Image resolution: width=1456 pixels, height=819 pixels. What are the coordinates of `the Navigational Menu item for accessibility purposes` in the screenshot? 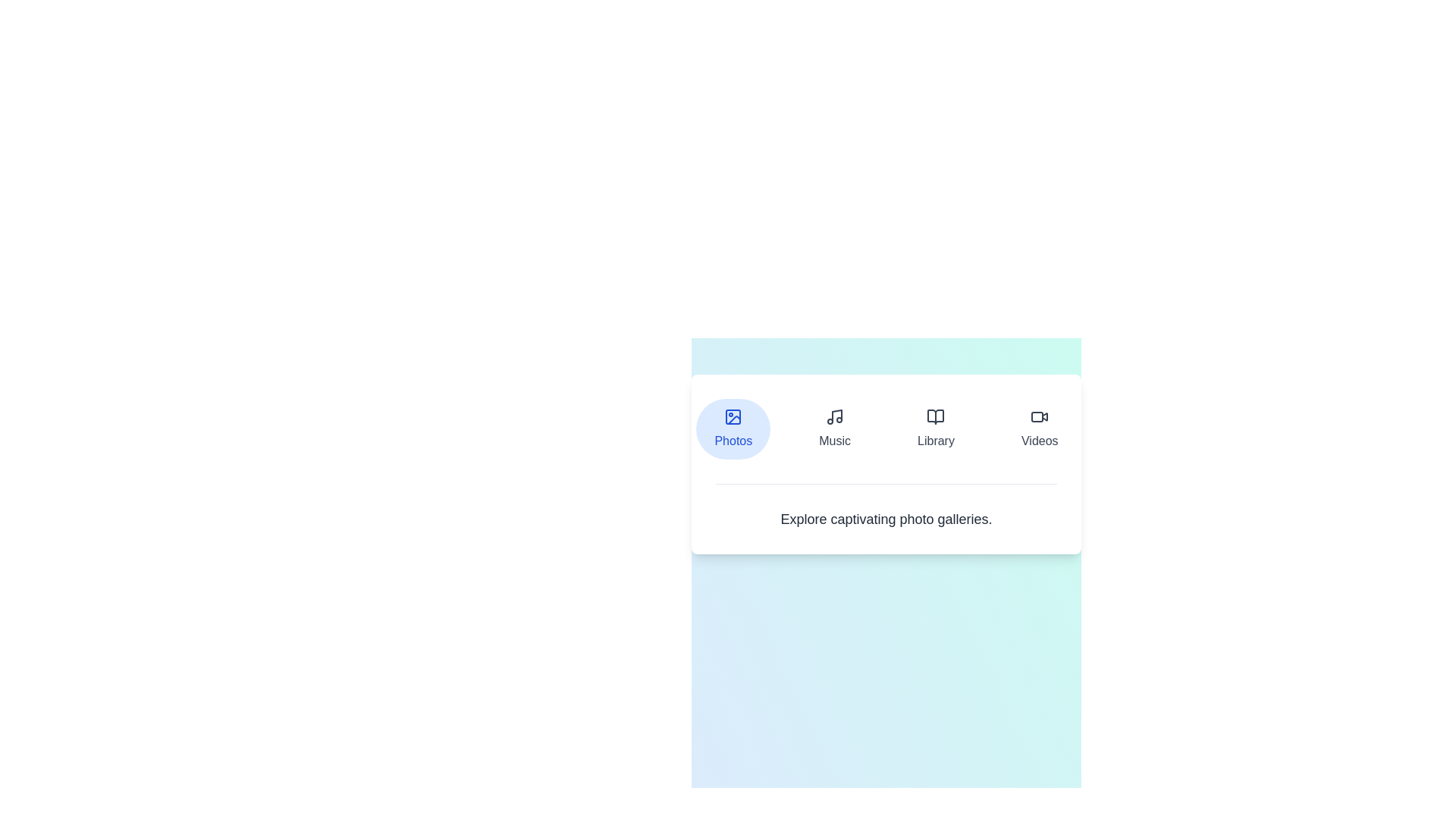 It's located at (886, 441).